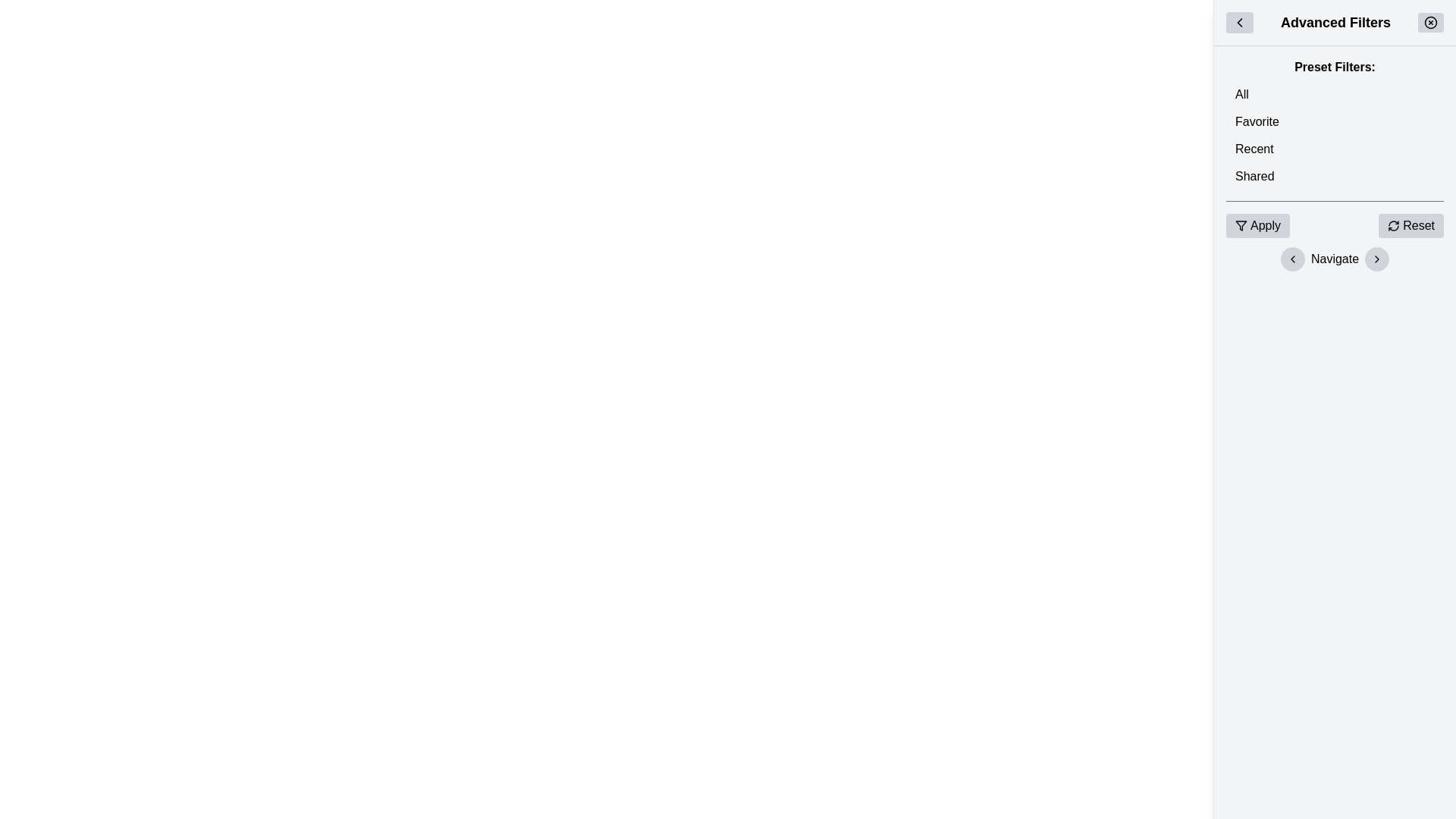  What do you see at coordinates (1418, 225) in the screenshot?
I see `the text label within the reset button` at bounding box center [1418, 225].